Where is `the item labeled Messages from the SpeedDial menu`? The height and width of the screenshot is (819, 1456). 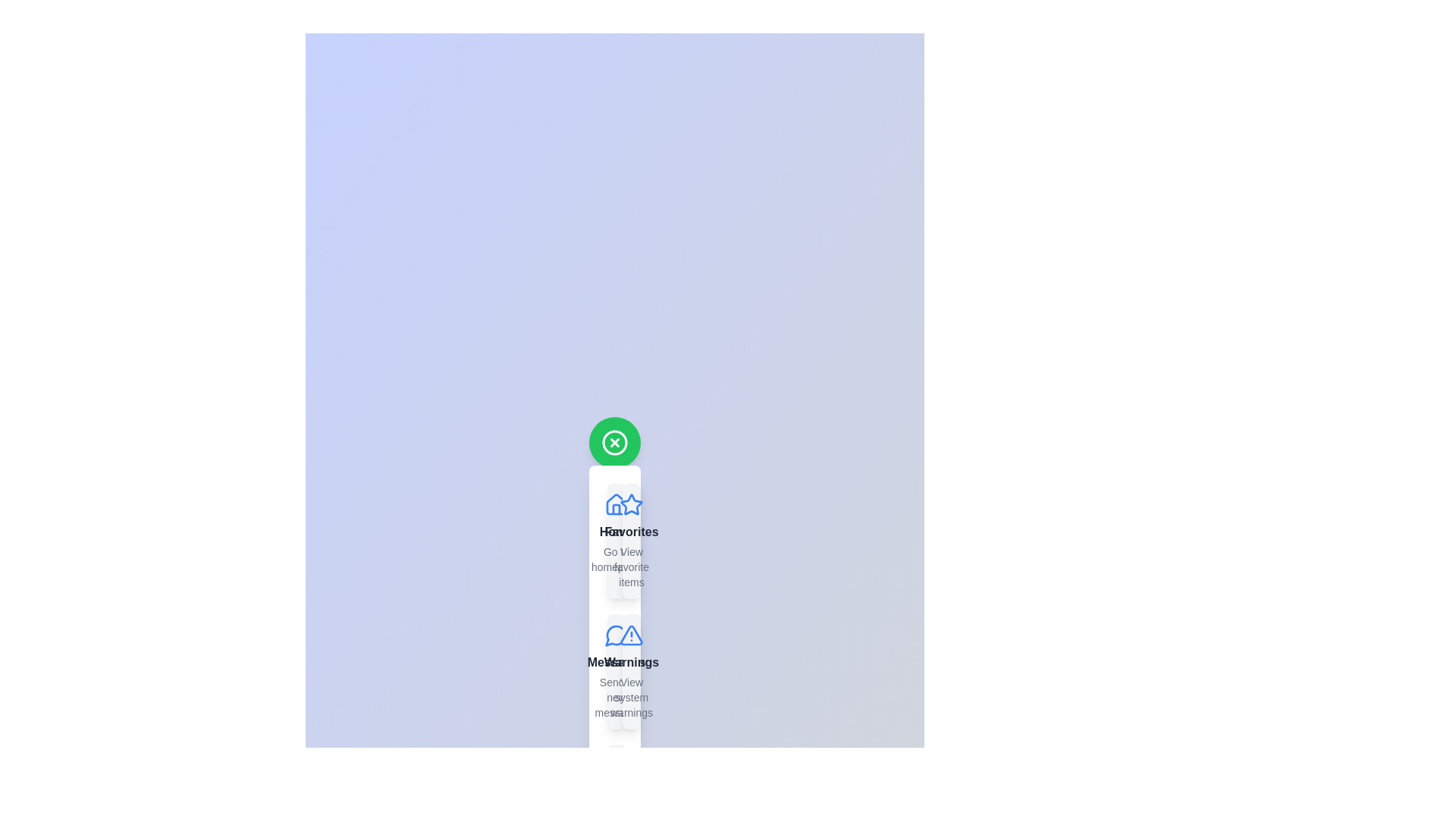 the item labeled Messages from the SpeedDial menu is located at coordinates (616, 671).